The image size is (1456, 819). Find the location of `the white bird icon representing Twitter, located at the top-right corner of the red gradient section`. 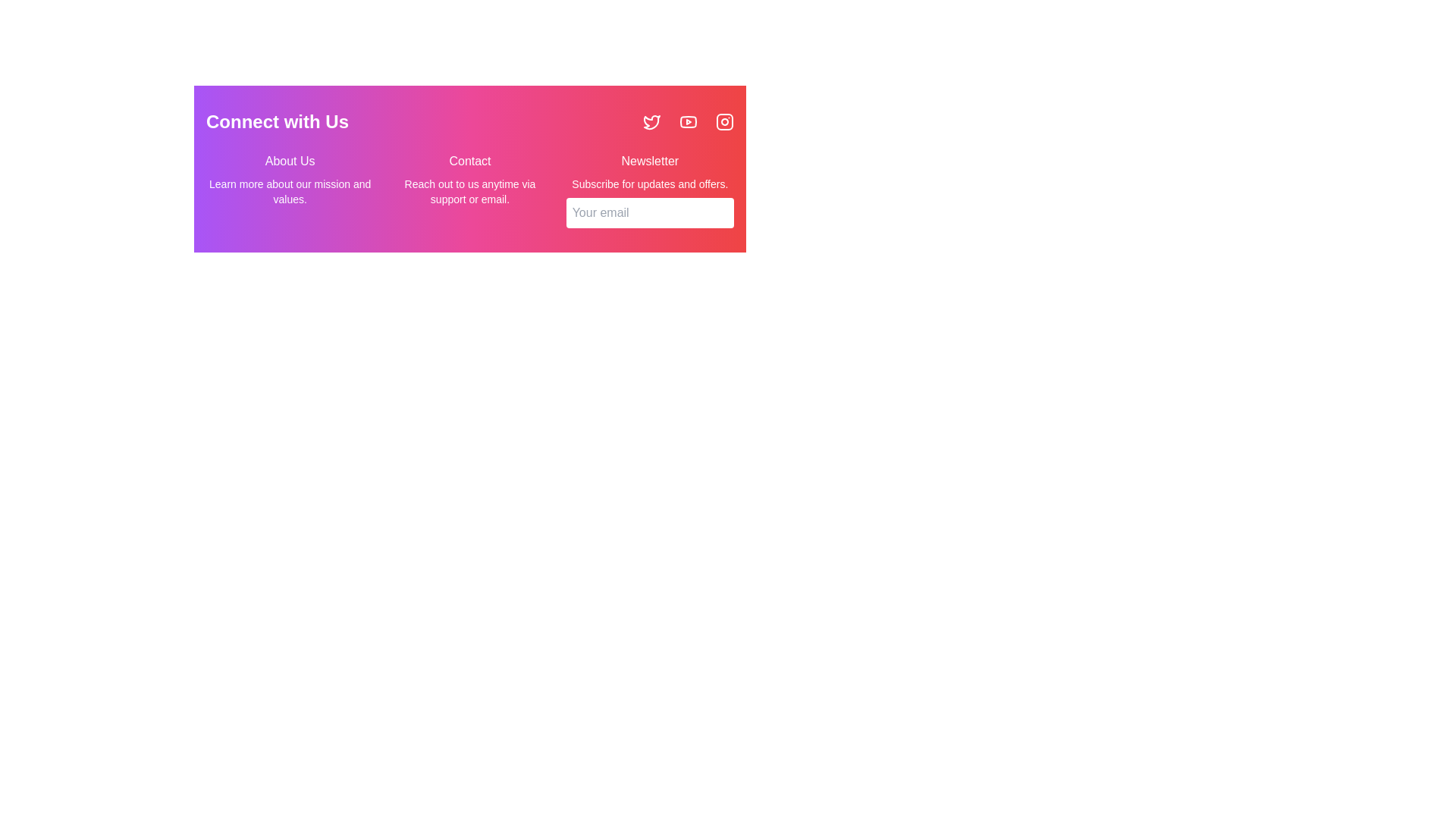

the white bird icon representing Twitter, located at the top-right corner of the red gradient section is located at coordinates (651, 121).